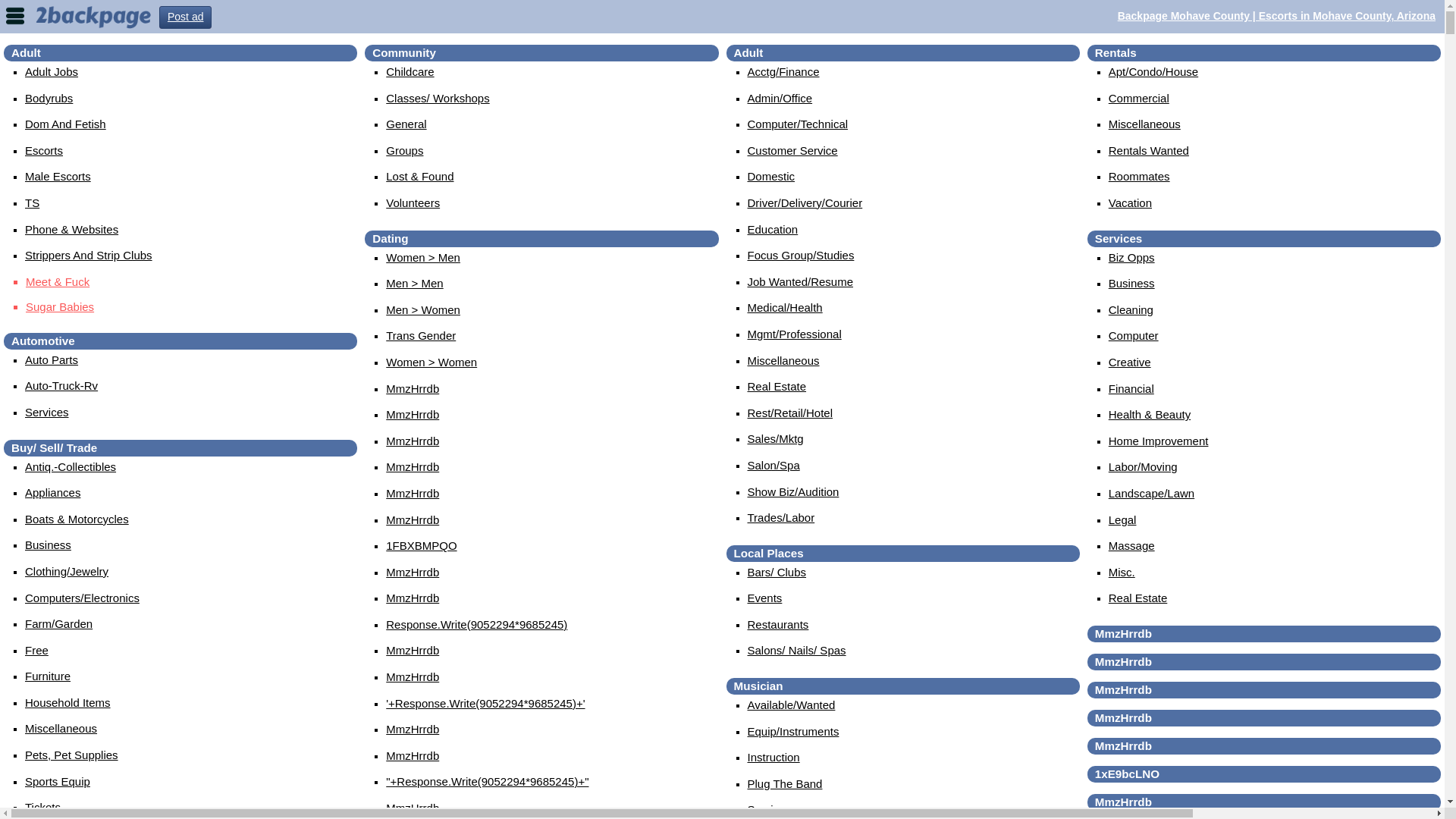 This screenshot has width=1456, height=819. What do you see at coordinates (32, 202) in the screenshot?
I see `'TS'` at bounding box center [32, 202].